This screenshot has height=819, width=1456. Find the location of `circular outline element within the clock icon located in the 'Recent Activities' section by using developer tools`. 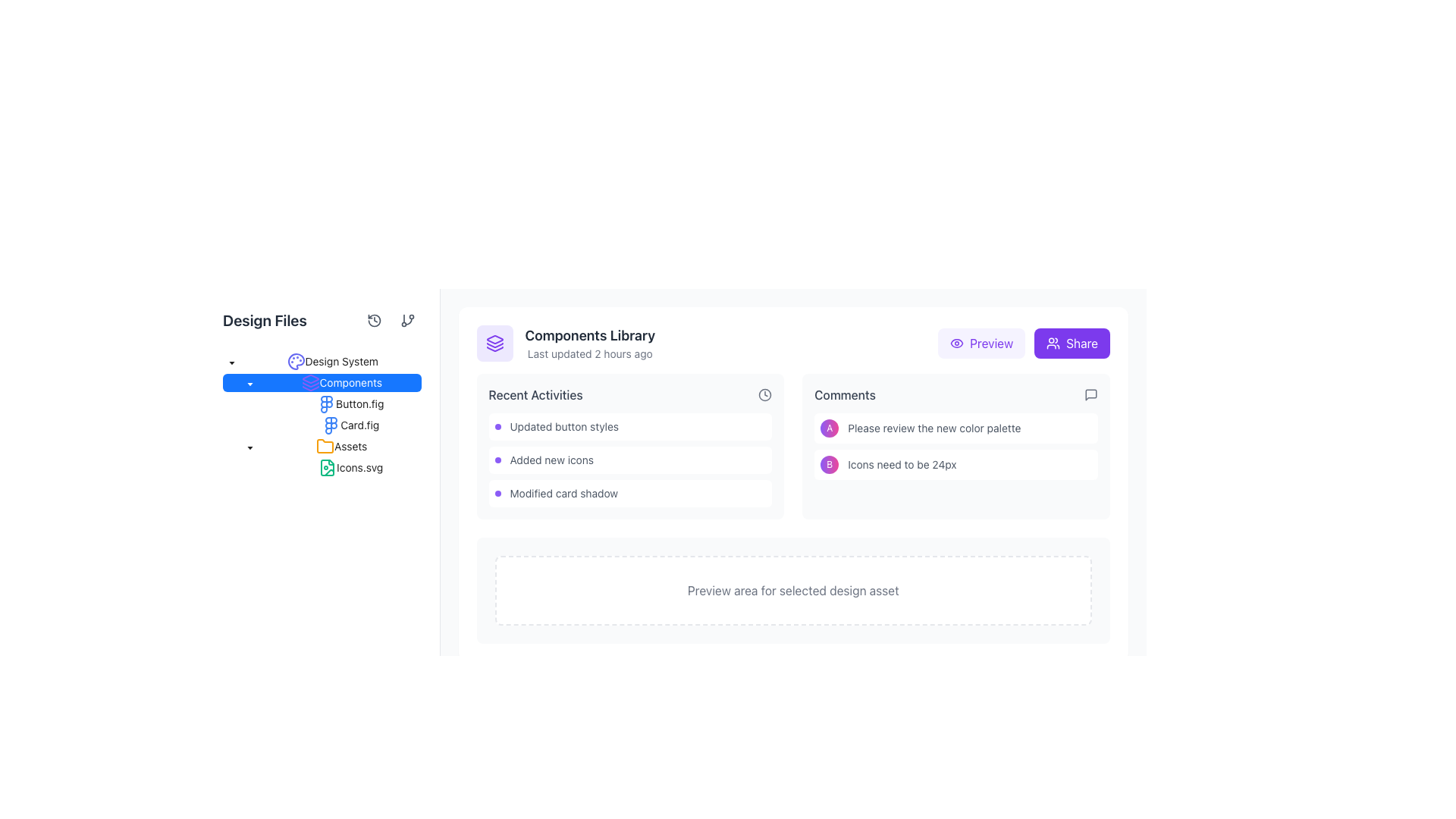

circular outline element within the clock icon located in the 'Recent Activities' section by using developer tools is located at coordinates (765, 394).